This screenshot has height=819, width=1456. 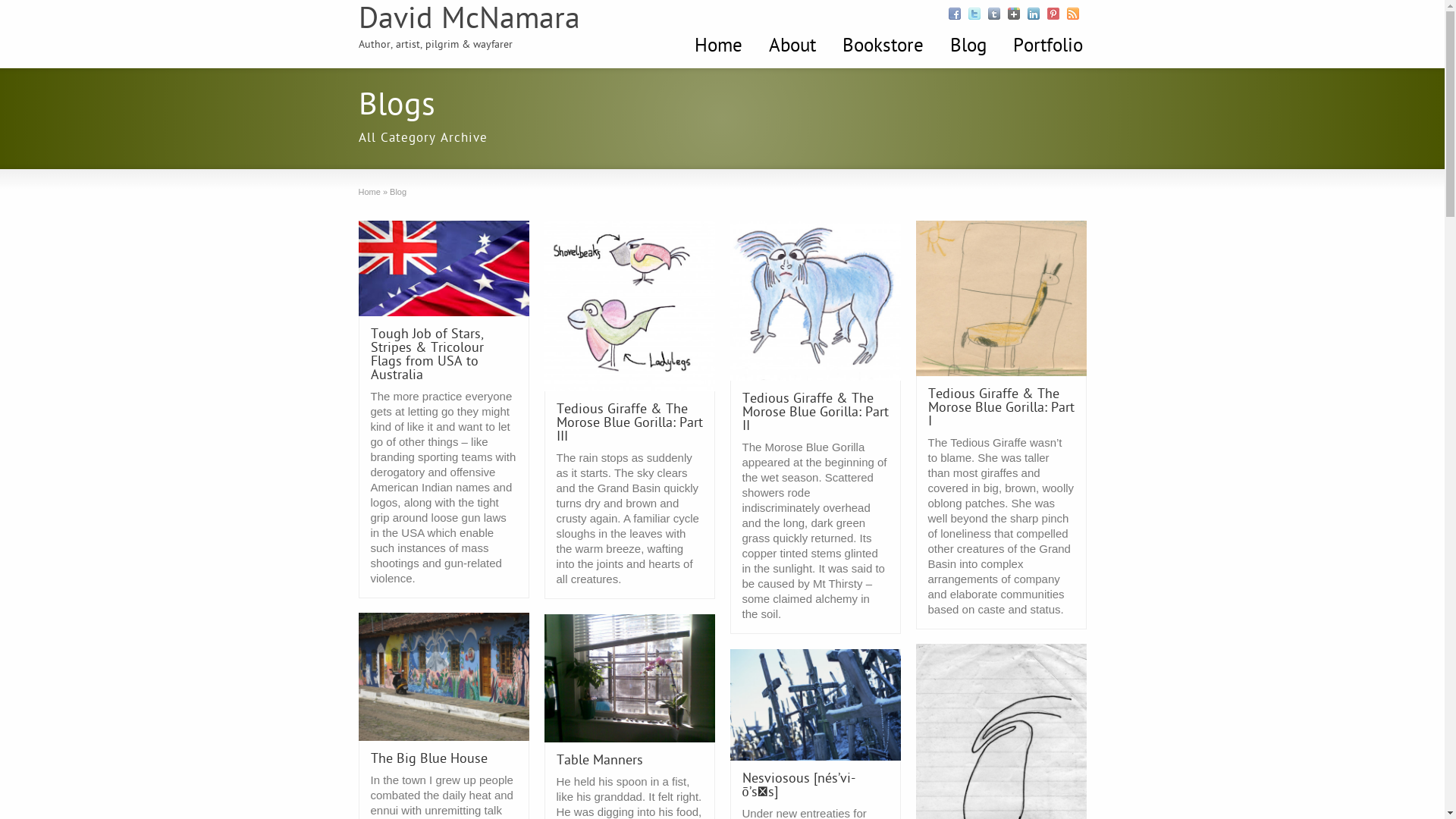 What do you see at coordinates (973, 14) in the screenshot?
I see `'Follow Me Twitter'` at bounding box center [973, 14].